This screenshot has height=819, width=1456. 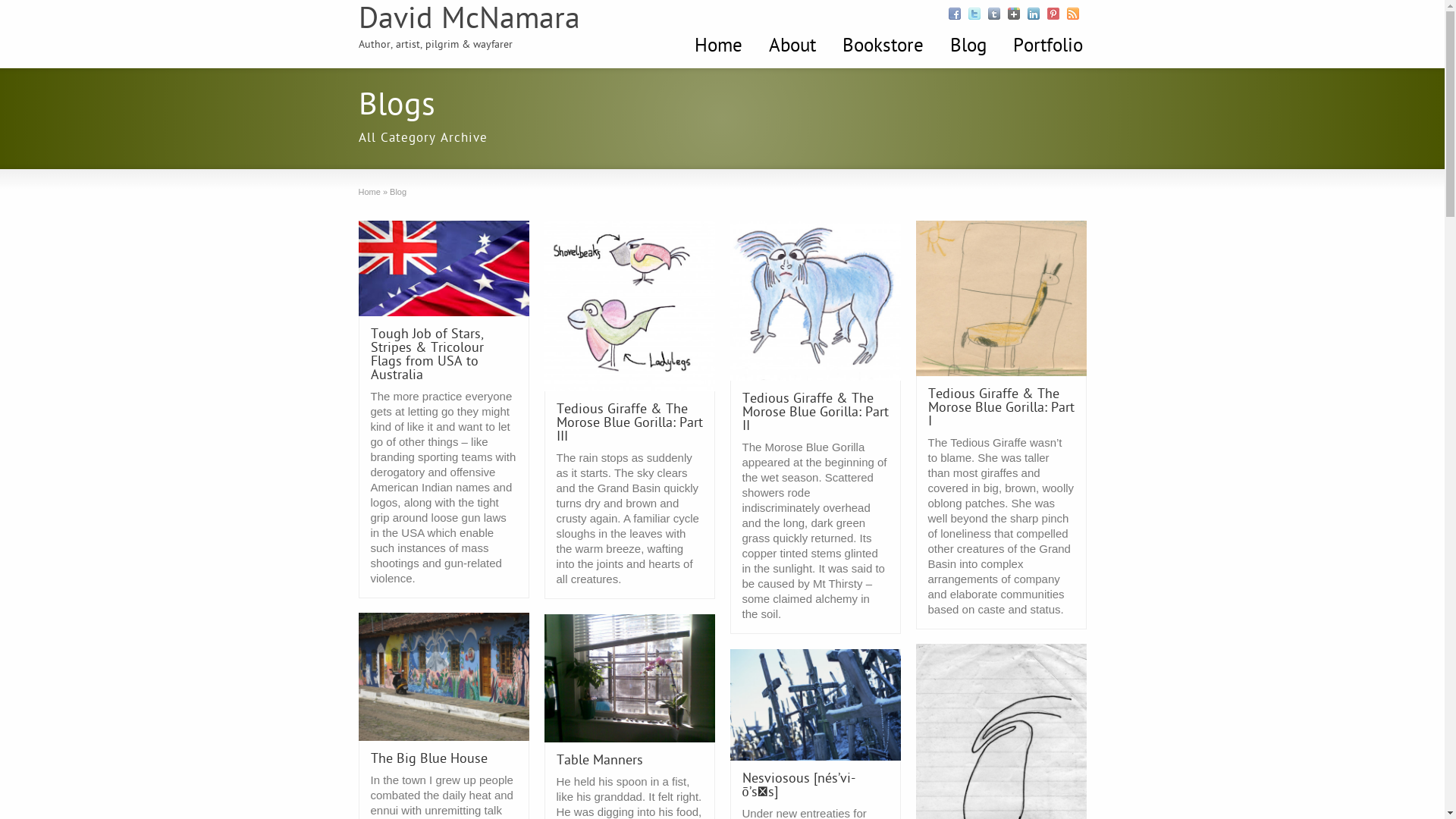 What do you see at coordinates (973, 14) in the screenshot?
I see `'Follow Me Twitter'` at bounding box center [973, 14].